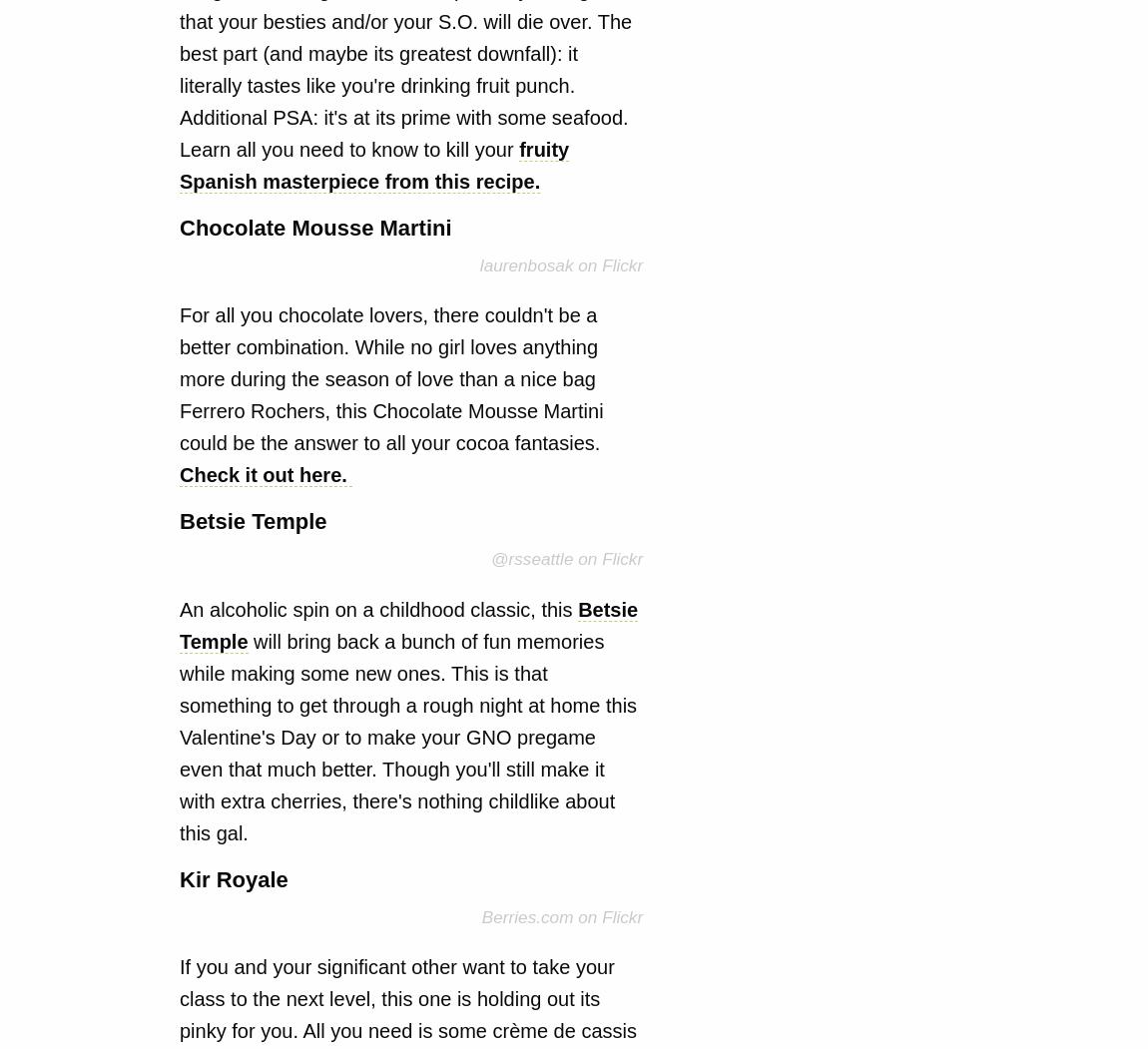  I want to click on 'Chocolate Mousse Martini', so click(315, 227).